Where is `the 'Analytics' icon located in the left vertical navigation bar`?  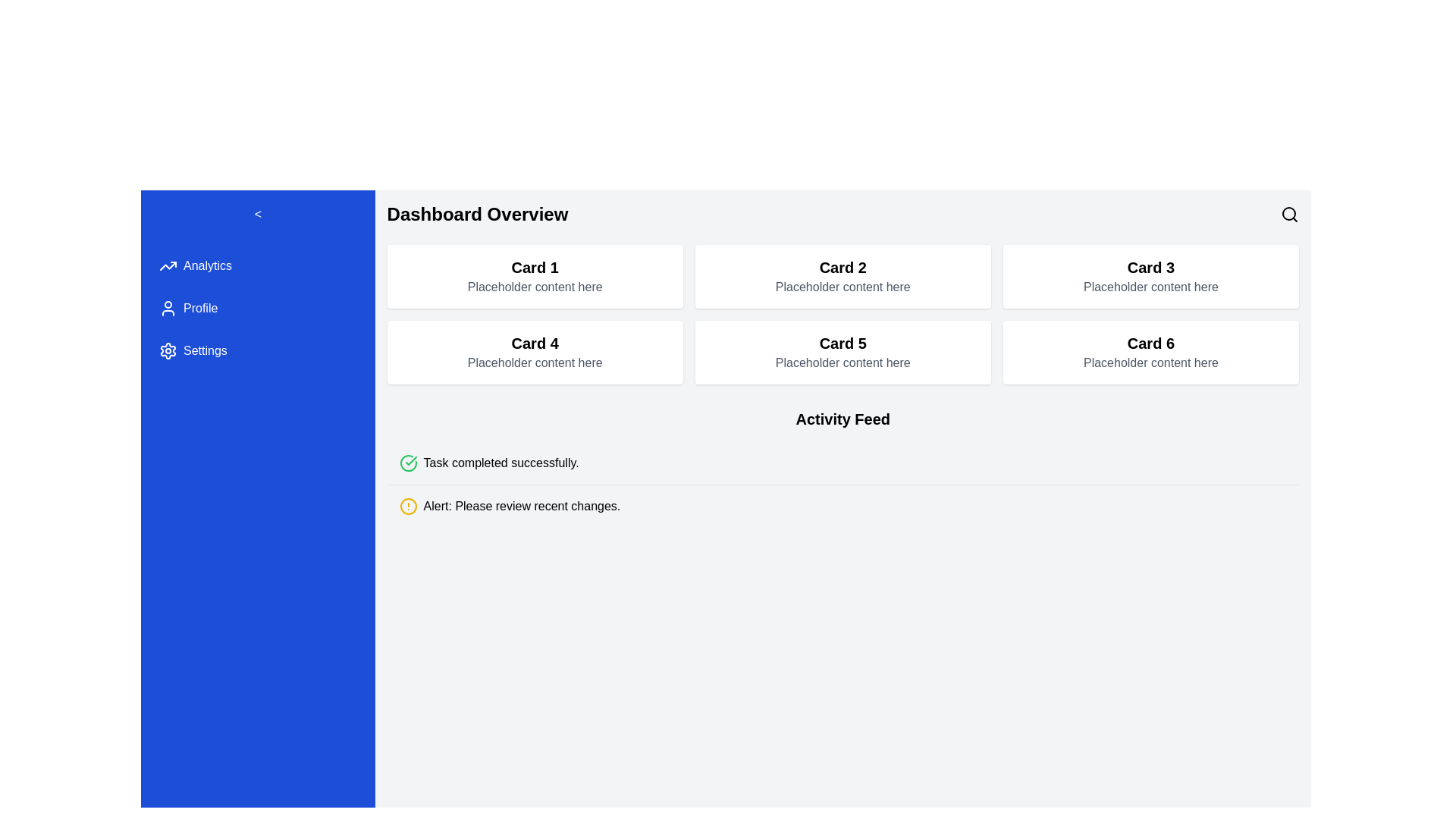 the 'Analytics' icon located in the left vertical navigation bar is located at coordinates (168, 265).